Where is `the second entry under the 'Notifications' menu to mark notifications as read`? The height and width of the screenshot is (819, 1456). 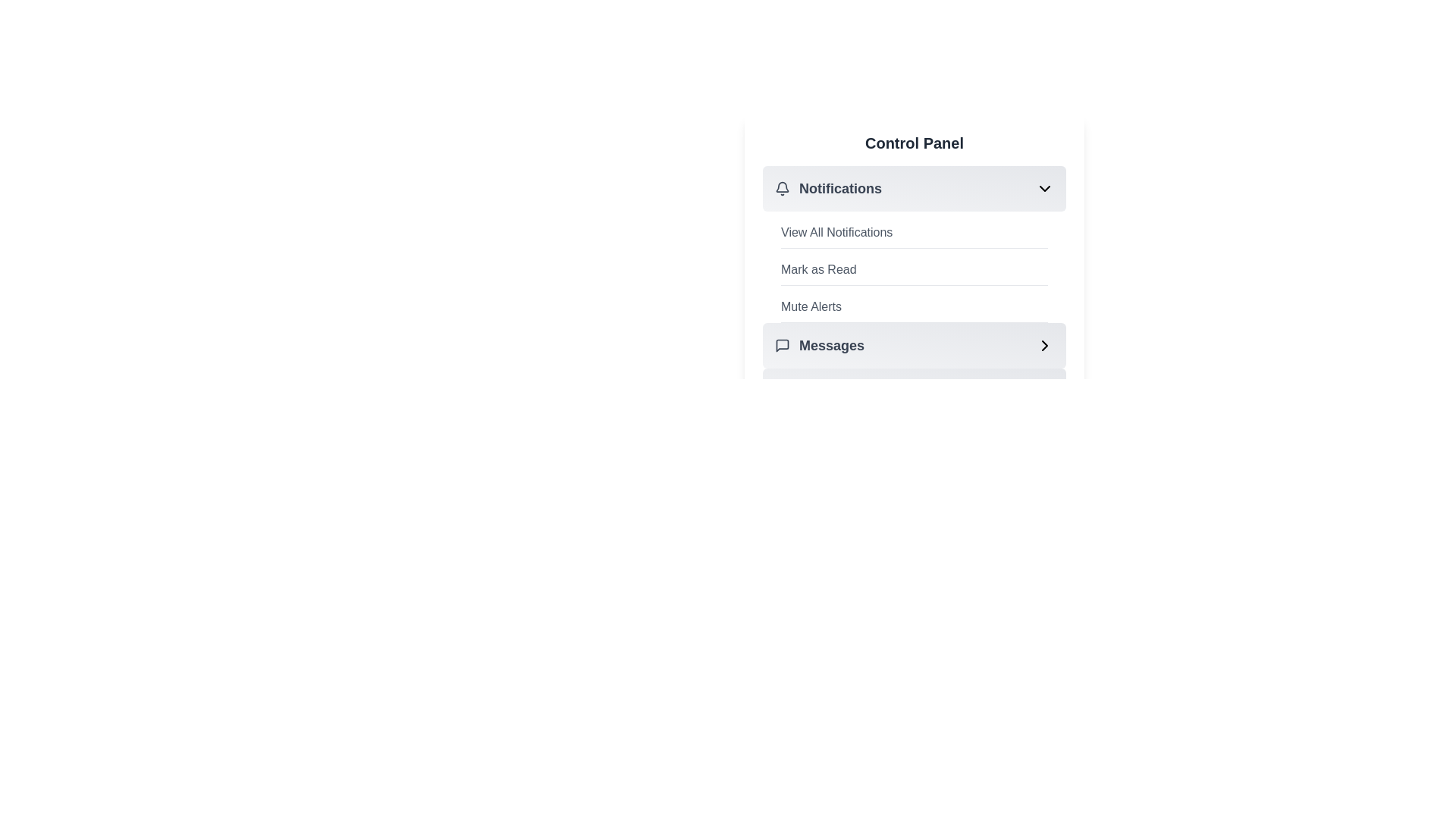 the second entry under the 'Notifications' menu to mark notifications as read is located at coordinates (913, 273).